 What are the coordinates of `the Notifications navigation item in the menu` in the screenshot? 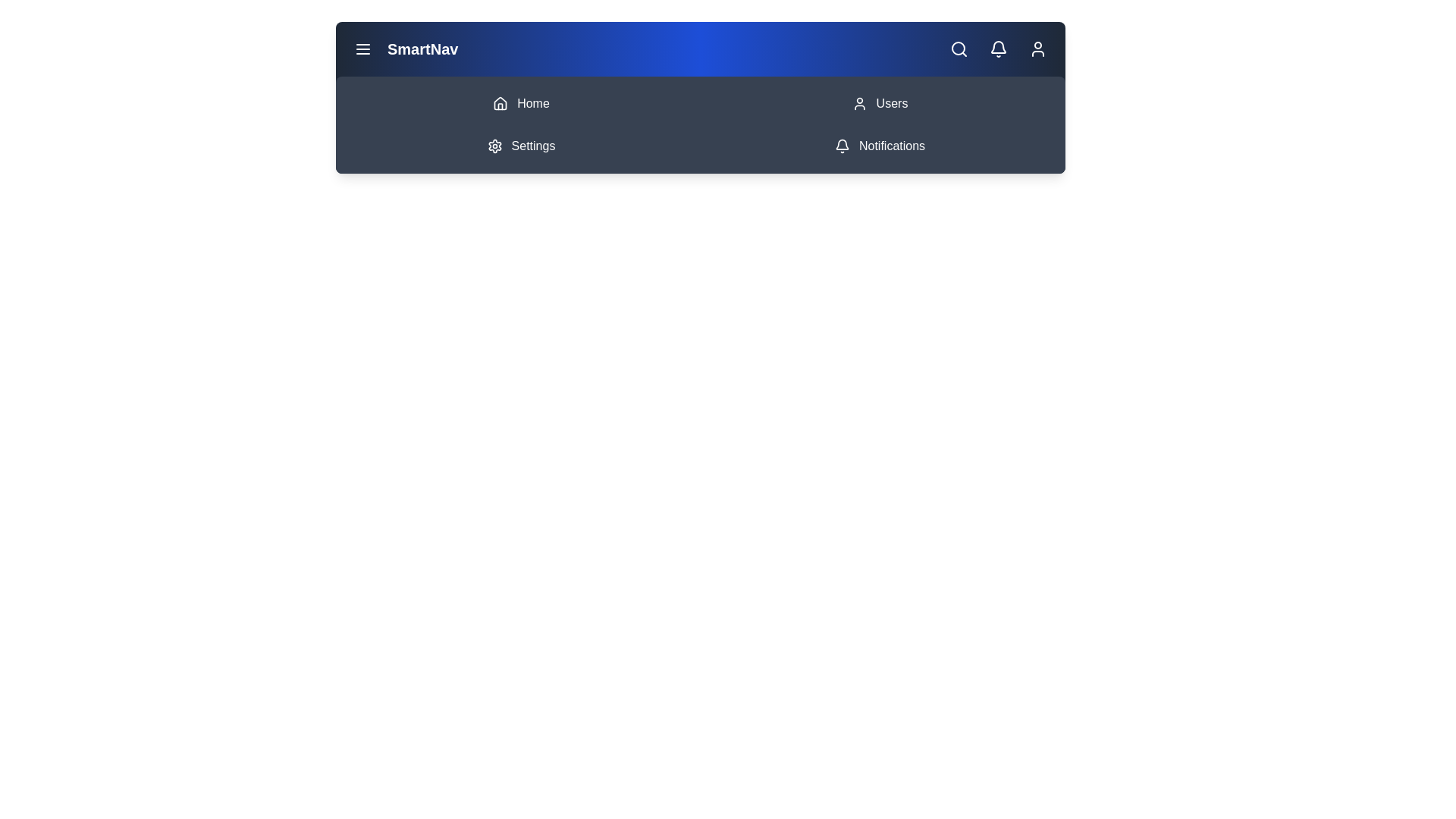 It's located at (880, 146).